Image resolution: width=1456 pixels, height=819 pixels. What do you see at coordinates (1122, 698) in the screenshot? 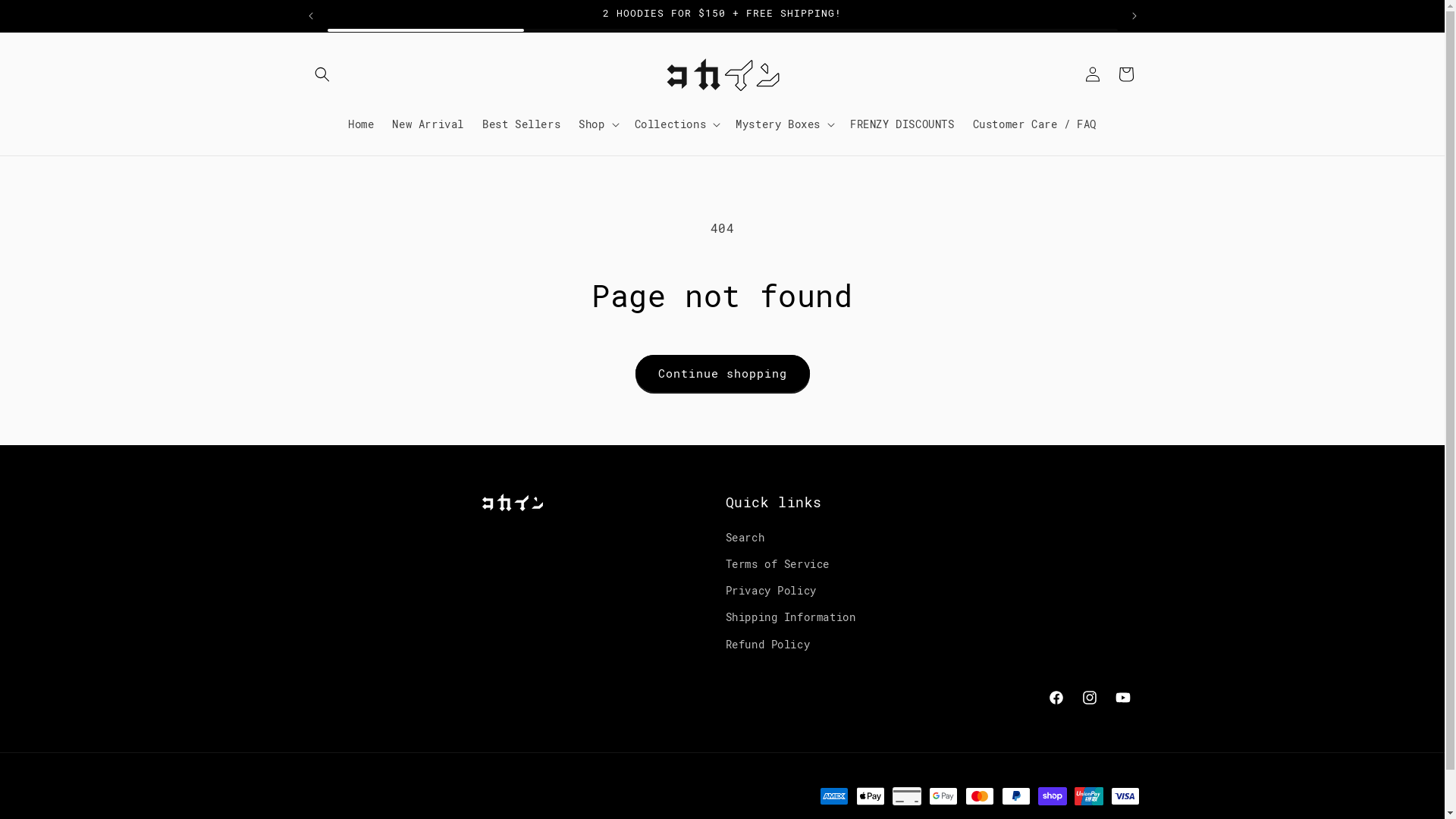
I see `'YouTube'` at bounding box center [1122, 698].